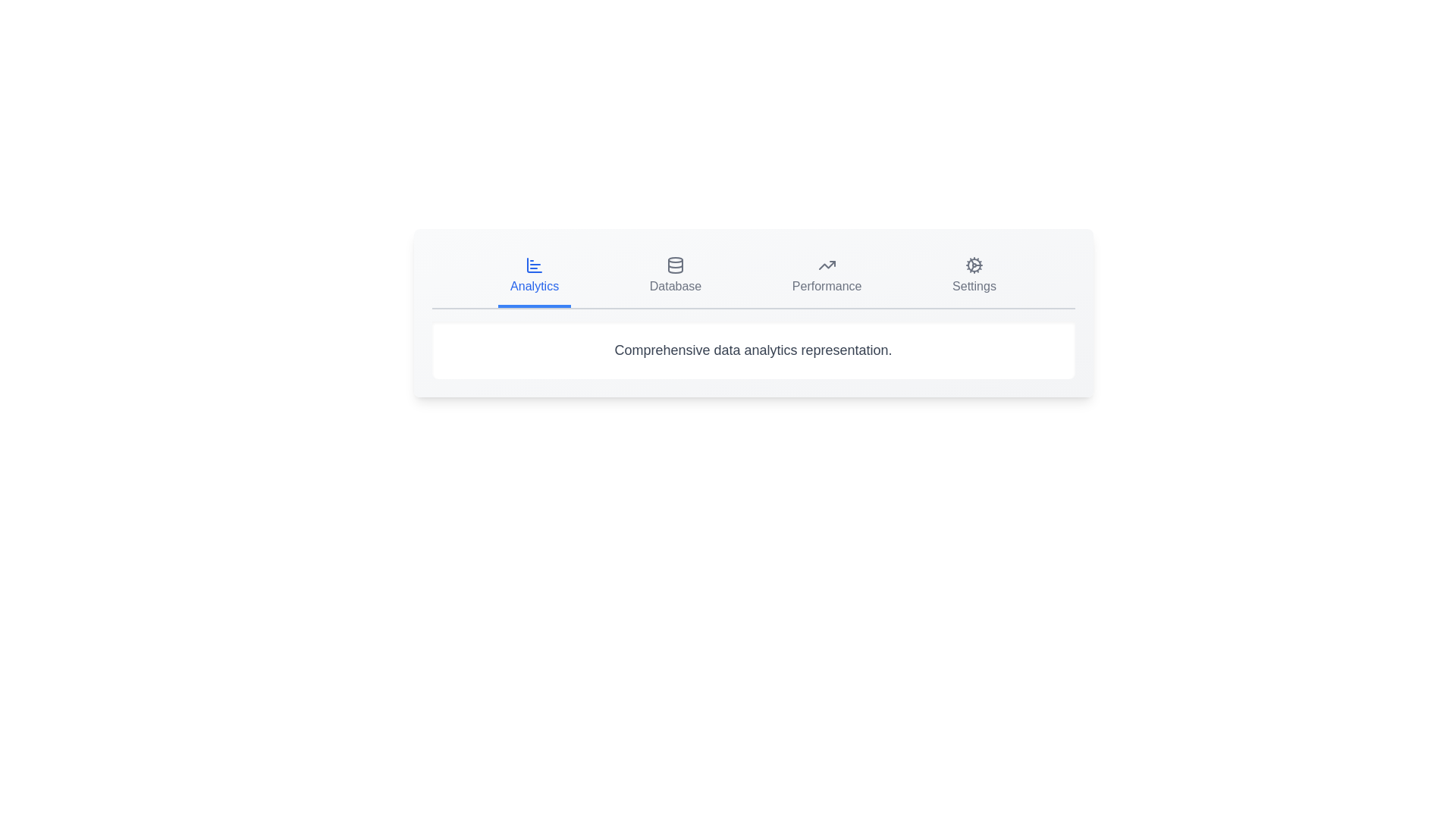  What do you see at coordinates (974, 278) in the screenshot?
I see `the tab with the title Settings by clicking on it` at bounding box center [974, 278].